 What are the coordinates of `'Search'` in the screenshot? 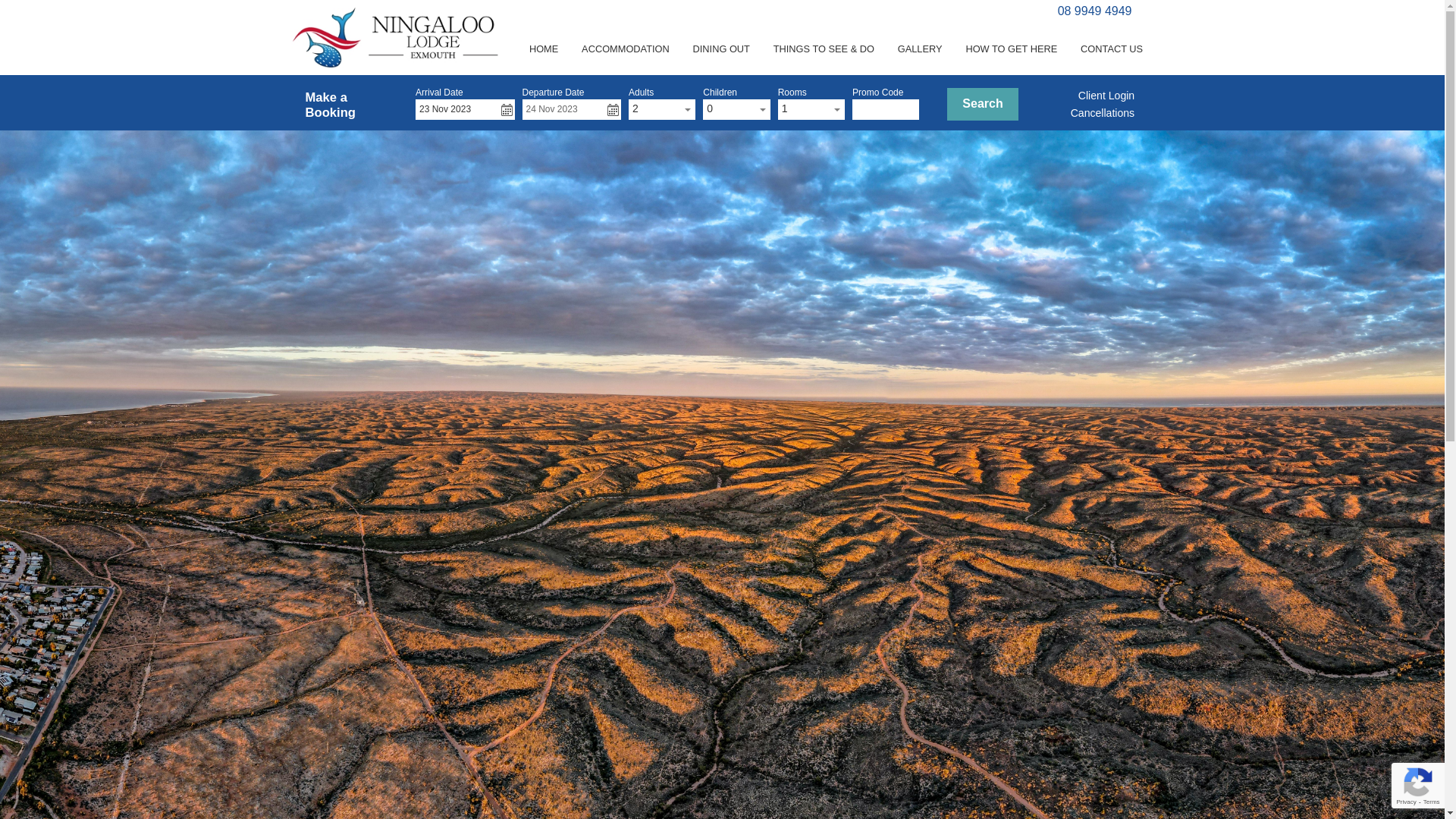 It's located at (982, 103).